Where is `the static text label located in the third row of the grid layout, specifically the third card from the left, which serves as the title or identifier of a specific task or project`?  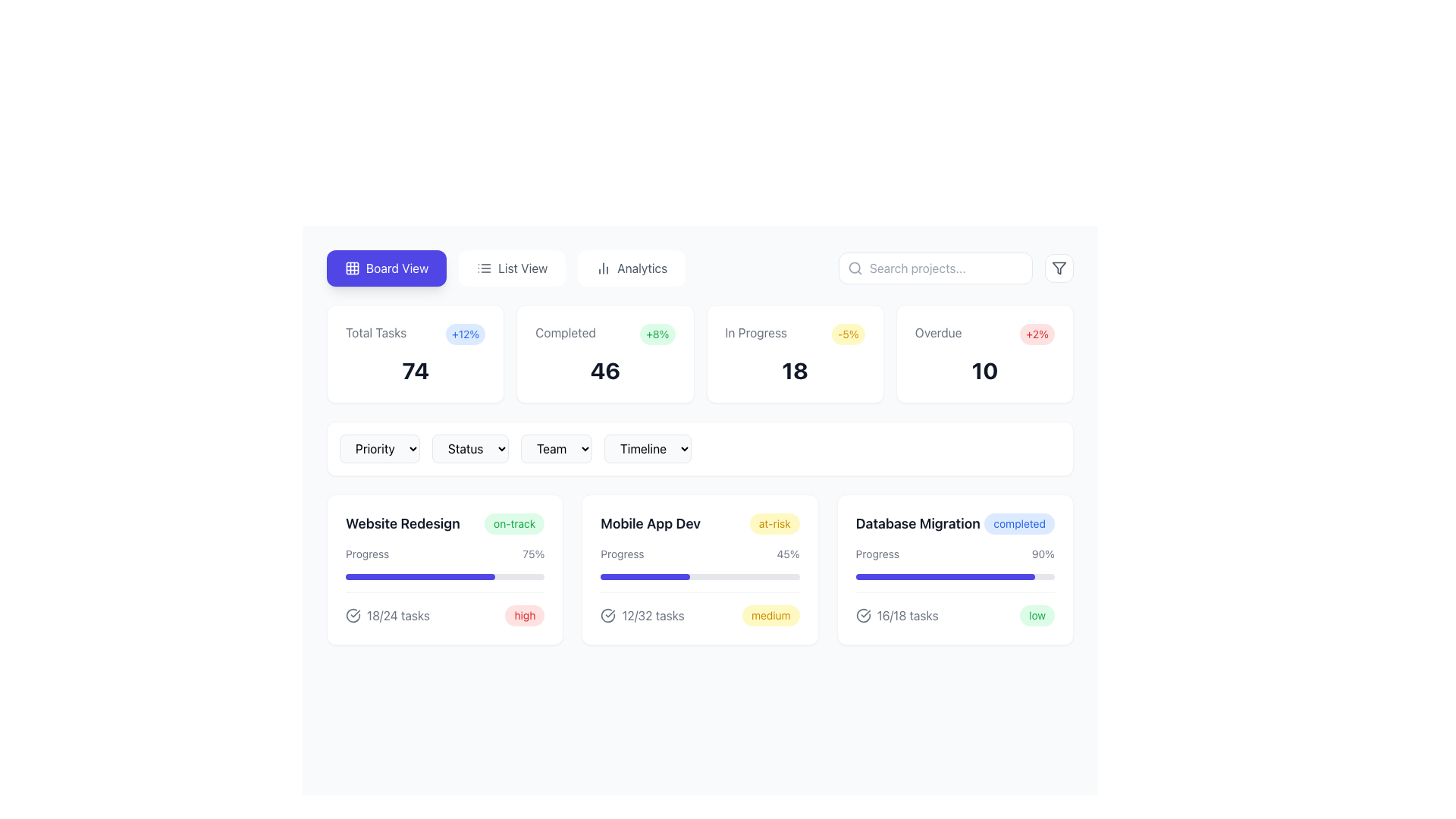 the static text label located in the third row of the grid layout, specifically the third card from the left, which serves as the title or identifier of a specific task or project is located at coordinates (917, 522).